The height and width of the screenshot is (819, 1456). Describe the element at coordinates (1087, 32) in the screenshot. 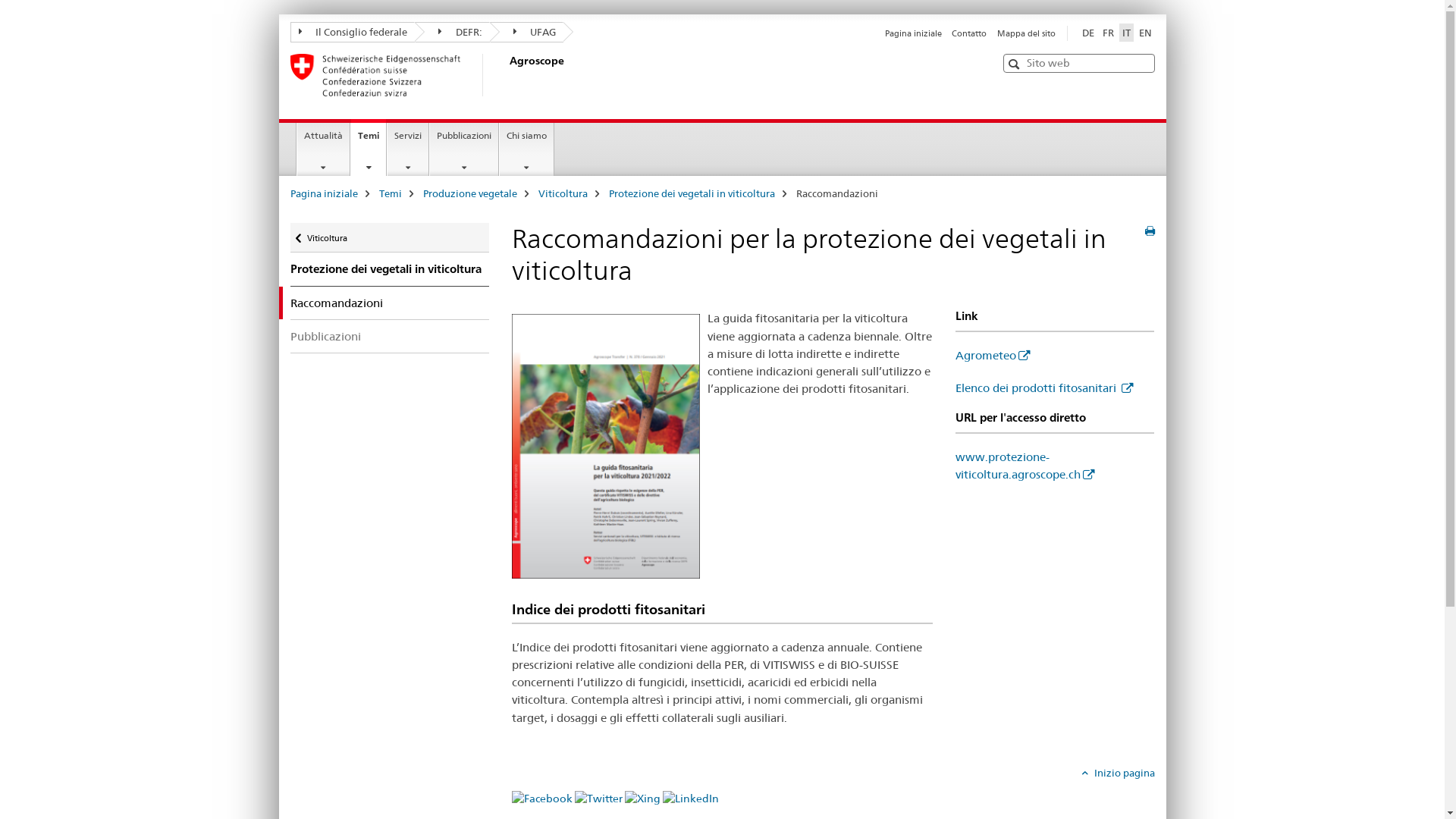

I see `'DE'` at that location.